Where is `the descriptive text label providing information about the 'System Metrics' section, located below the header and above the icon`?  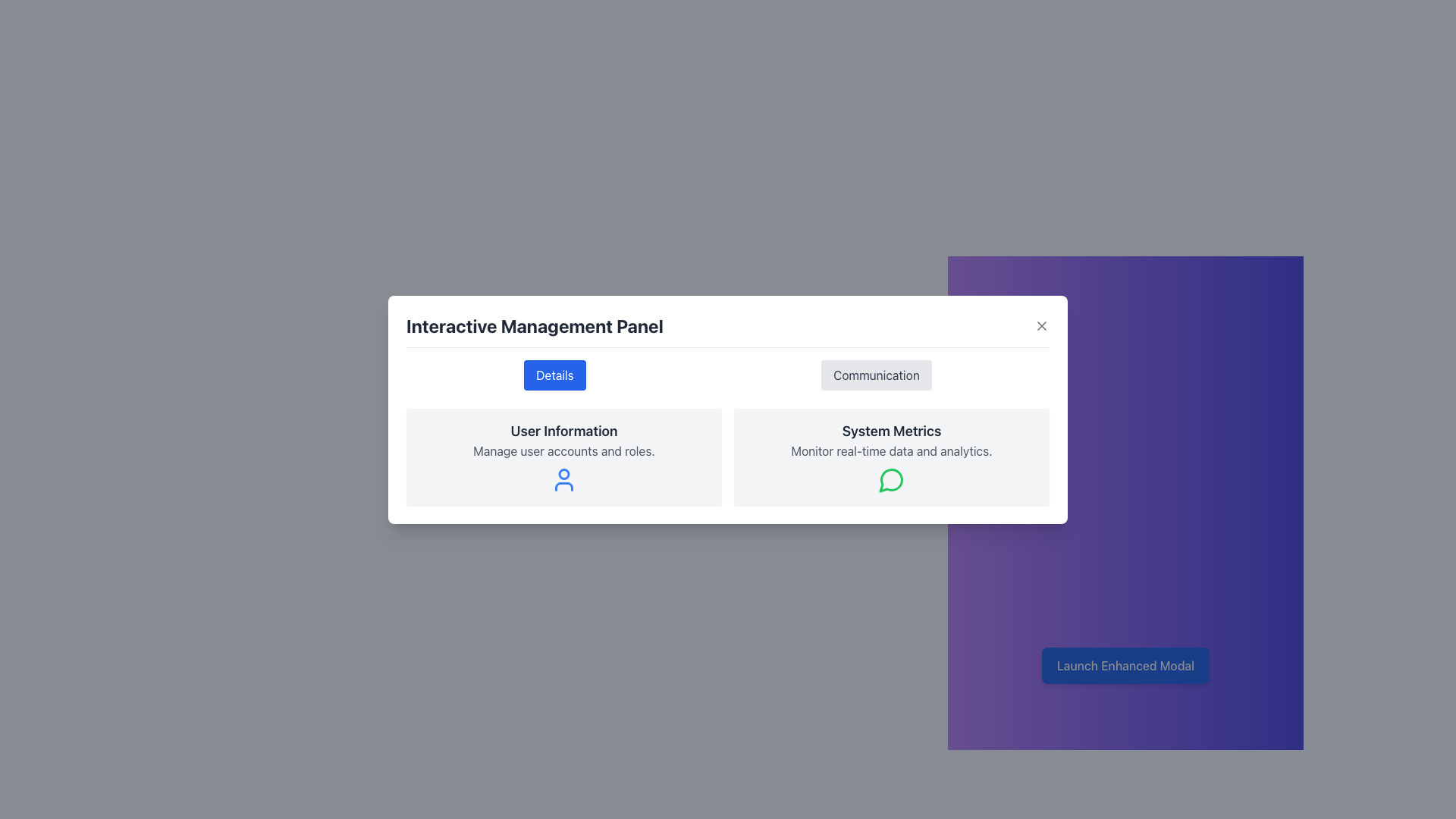
the descriptive text label providing information about the 'System Metrics' section, located below the header and above the icon is located at coordinates (892, 450).